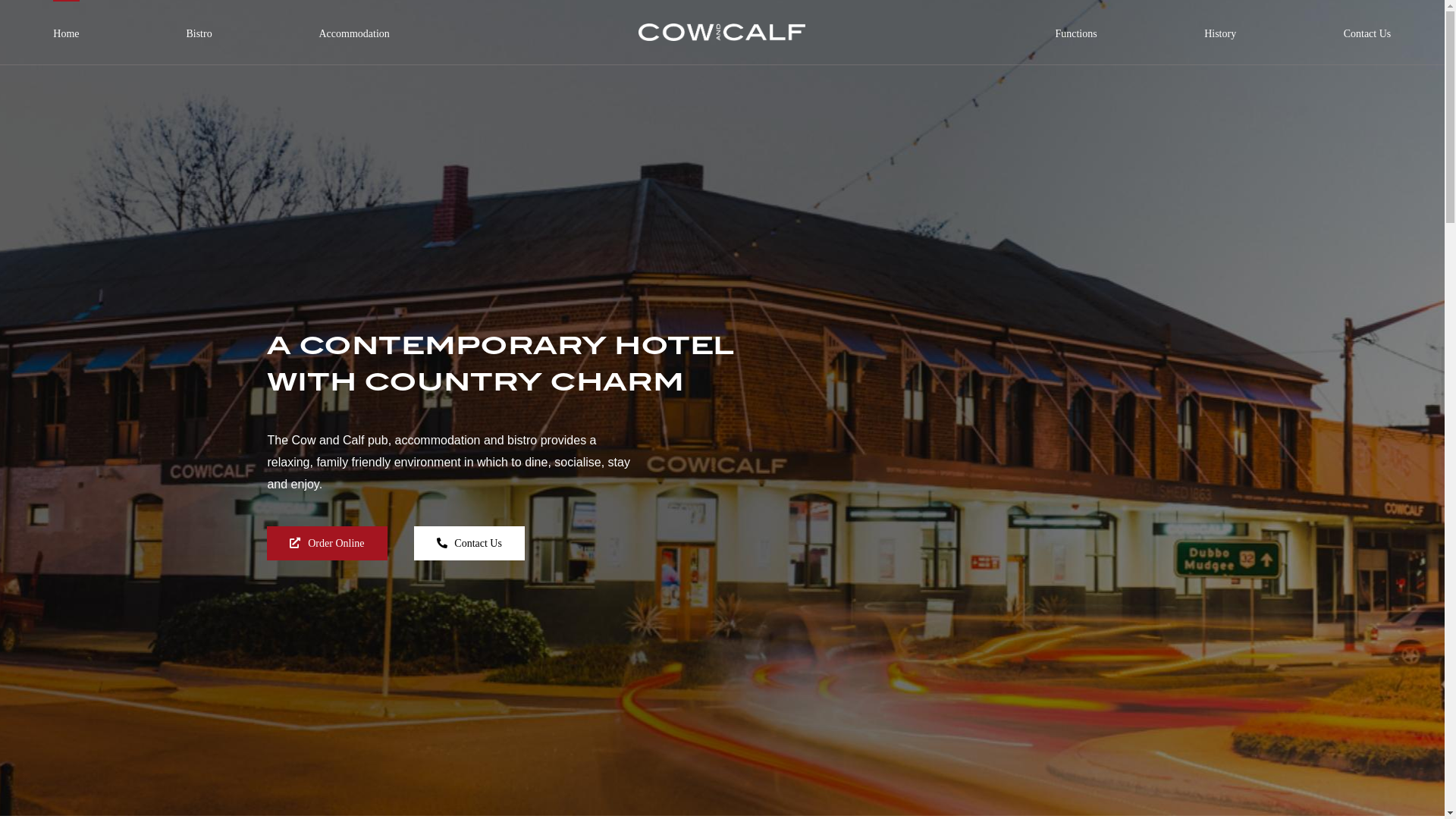 The height and width of the screenshot is (819, 1456). Describe the element at coordinates (353, 21) in the screenshot. I see `'Accommodation'` at that location.